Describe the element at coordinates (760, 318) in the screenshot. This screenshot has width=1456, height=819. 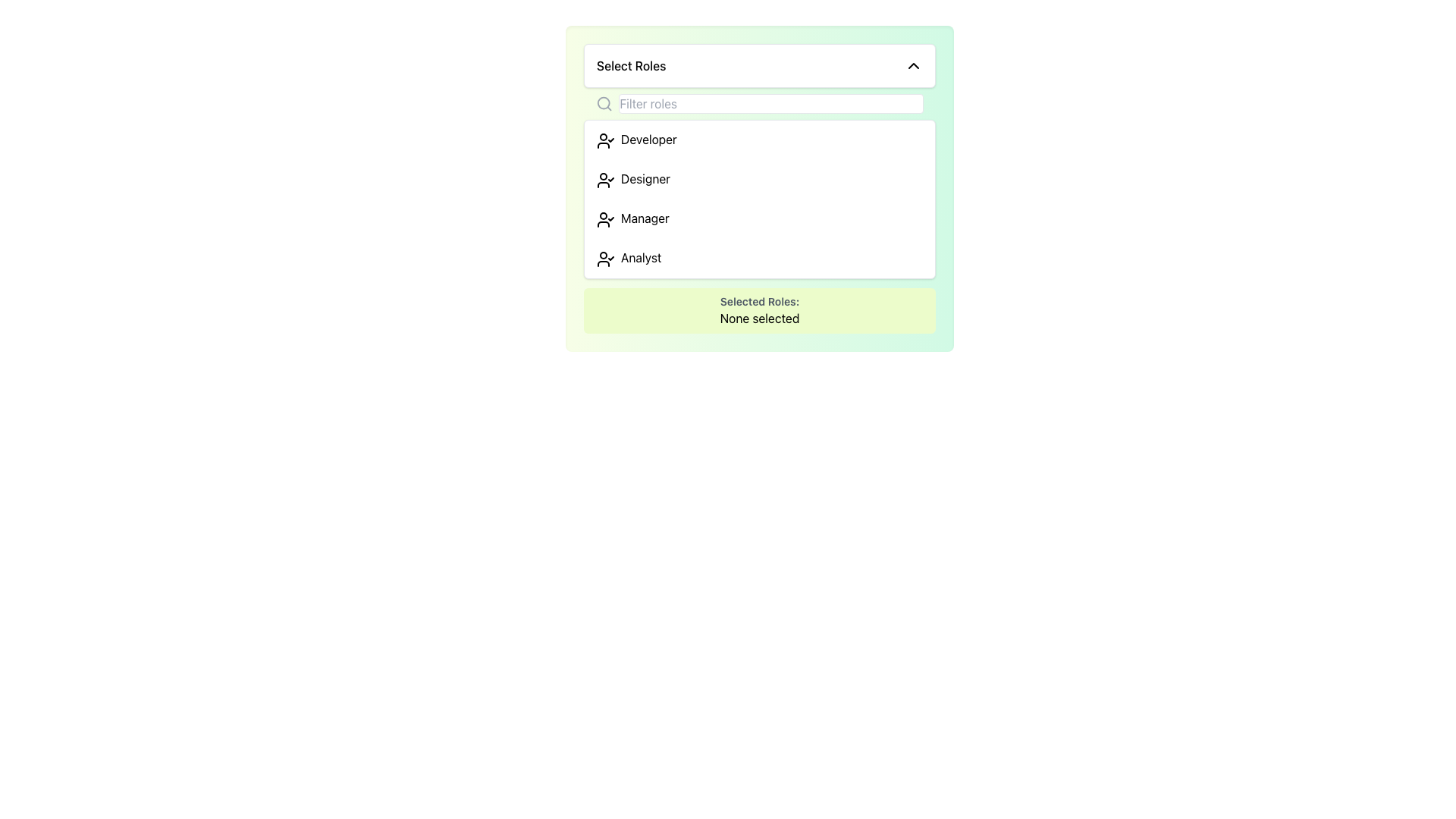
I see `the text display that informs the user that no roles have been selected, located within the highlighted box in the lower part of the role selection panel, centered horizontally after the 'Selected Roles:' label` at that location.